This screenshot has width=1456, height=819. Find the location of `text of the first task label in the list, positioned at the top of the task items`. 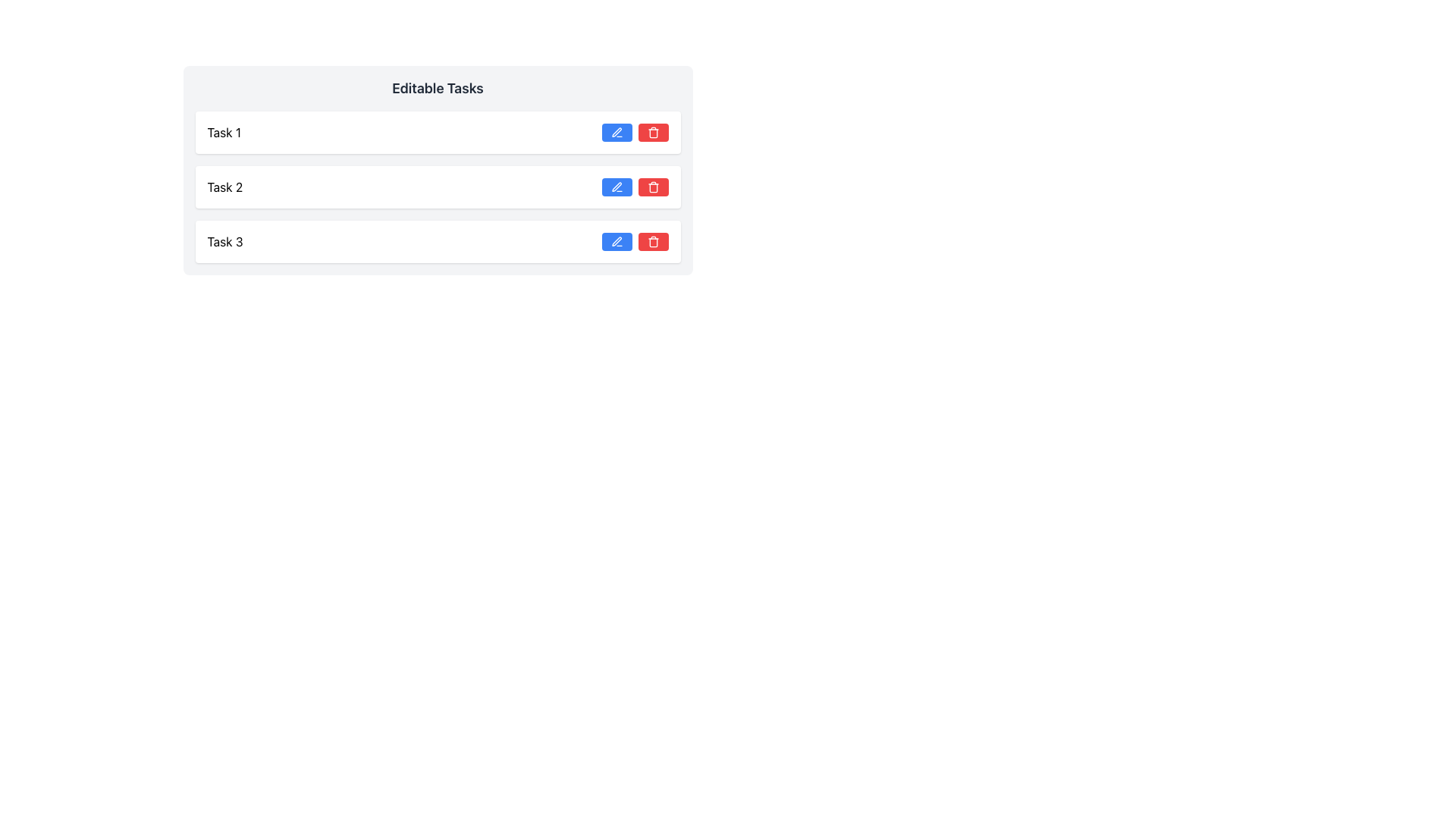

text of the first task label in the list, positioned at the top of the task items is located at coordinates (223, 131).